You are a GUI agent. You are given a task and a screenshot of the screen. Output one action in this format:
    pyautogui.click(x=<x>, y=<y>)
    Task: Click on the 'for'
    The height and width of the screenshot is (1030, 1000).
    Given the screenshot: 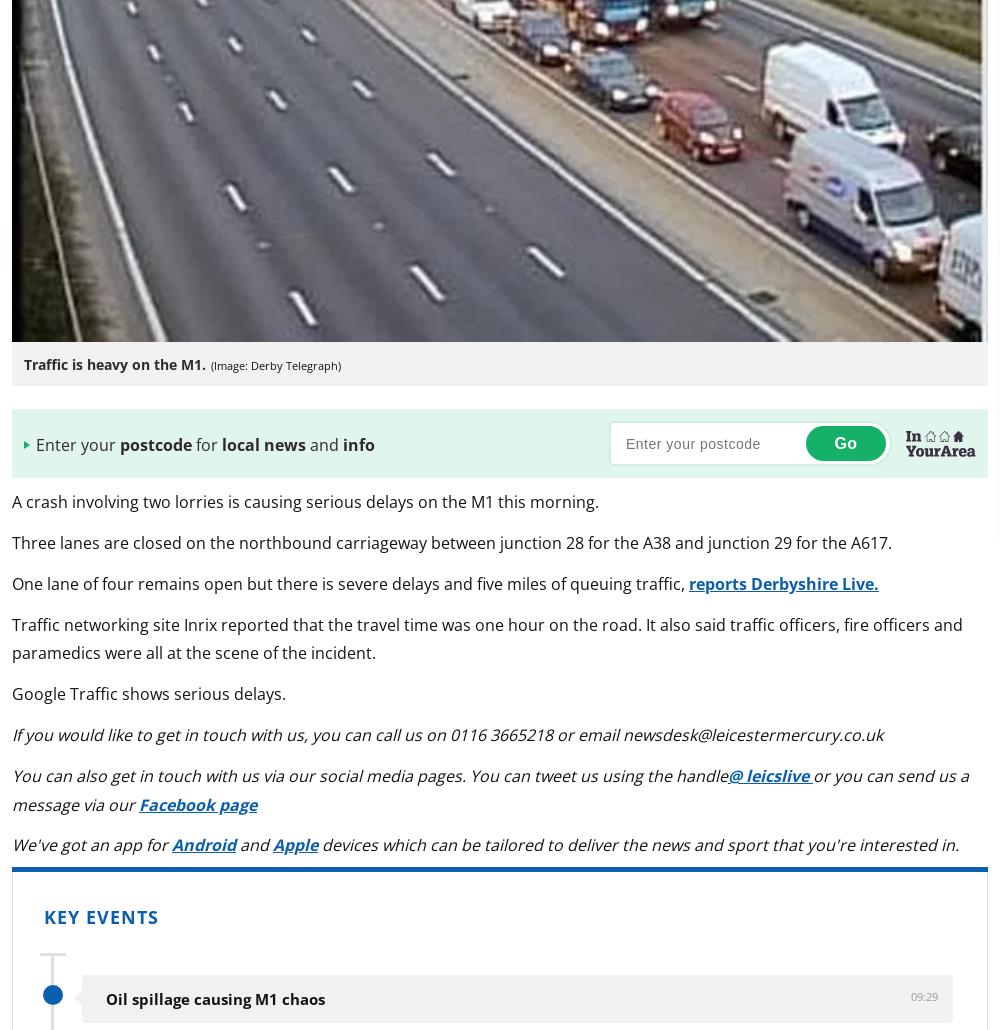 What is the action you would take?
    pyautogui.click(x=206, y=443)
    